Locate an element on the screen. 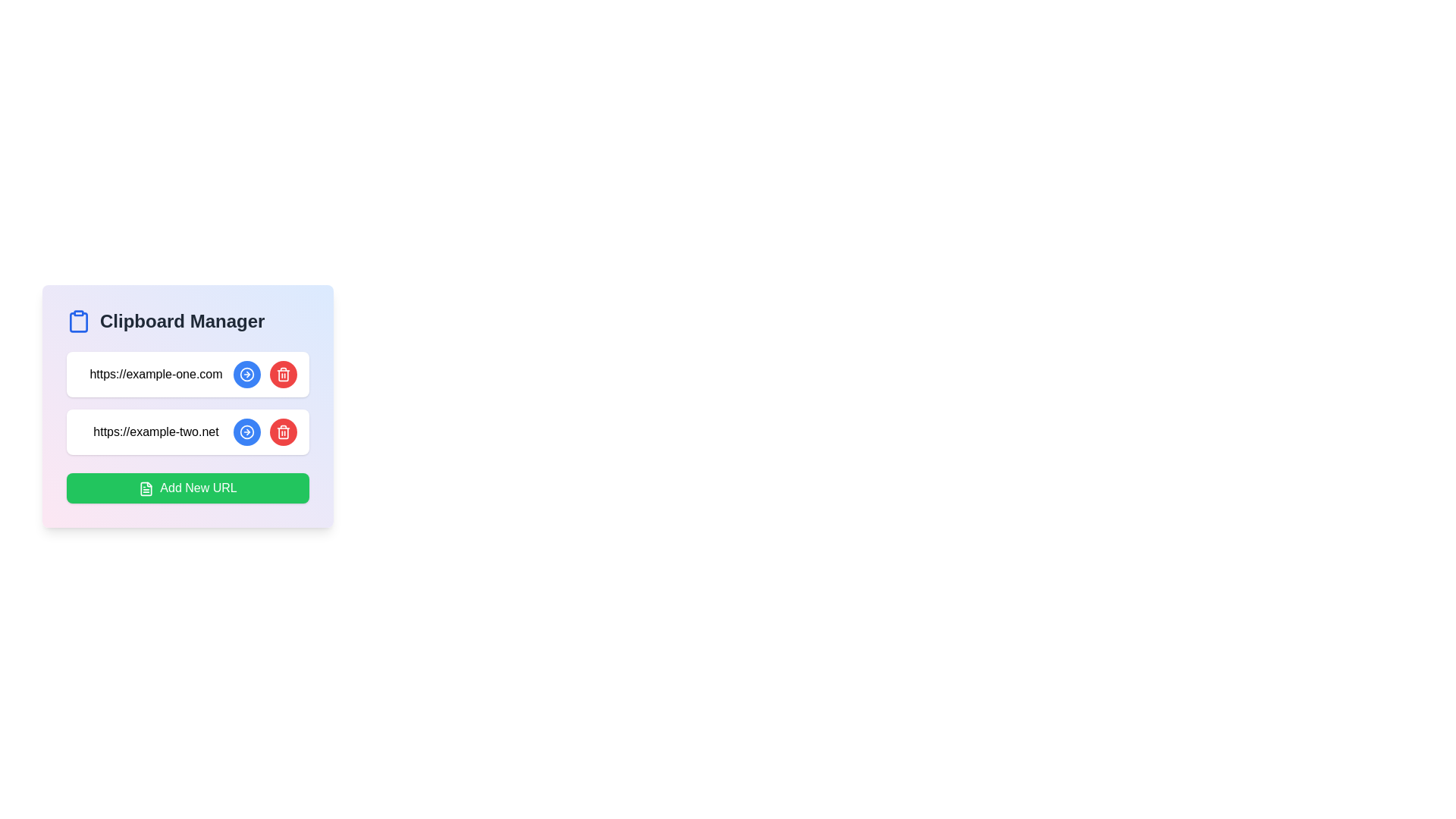 The width and height of the screenshot is (1456, 819). the 'Add New URL' button with a green background and white text located at the bottom of the 'Clipboard Manager' card layout is located at coordinates (187, 488).